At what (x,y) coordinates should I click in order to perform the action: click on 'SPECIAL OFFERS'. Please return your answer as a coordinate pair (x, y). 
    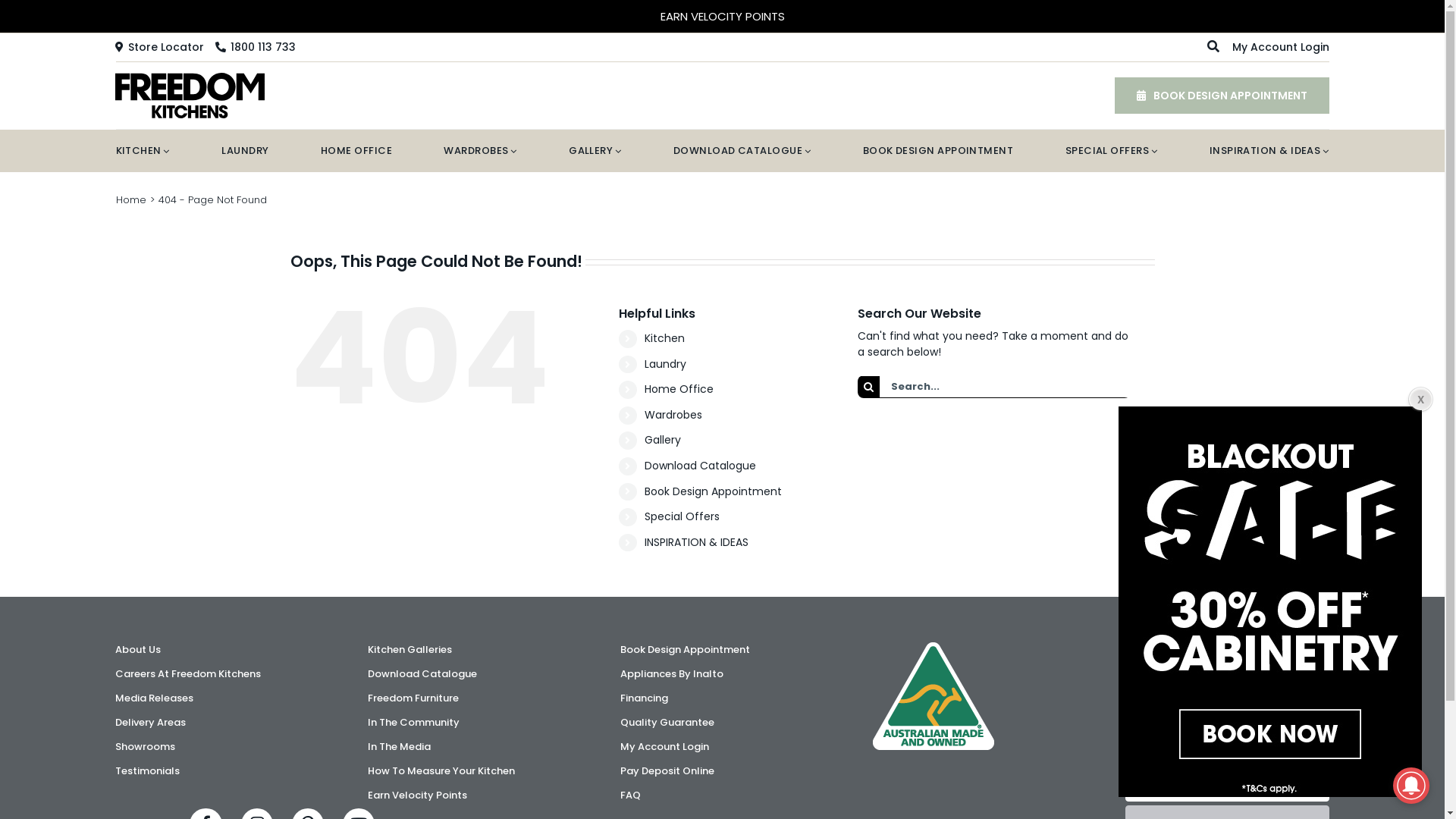
    Looking at the image, I should click on (1111, 151).